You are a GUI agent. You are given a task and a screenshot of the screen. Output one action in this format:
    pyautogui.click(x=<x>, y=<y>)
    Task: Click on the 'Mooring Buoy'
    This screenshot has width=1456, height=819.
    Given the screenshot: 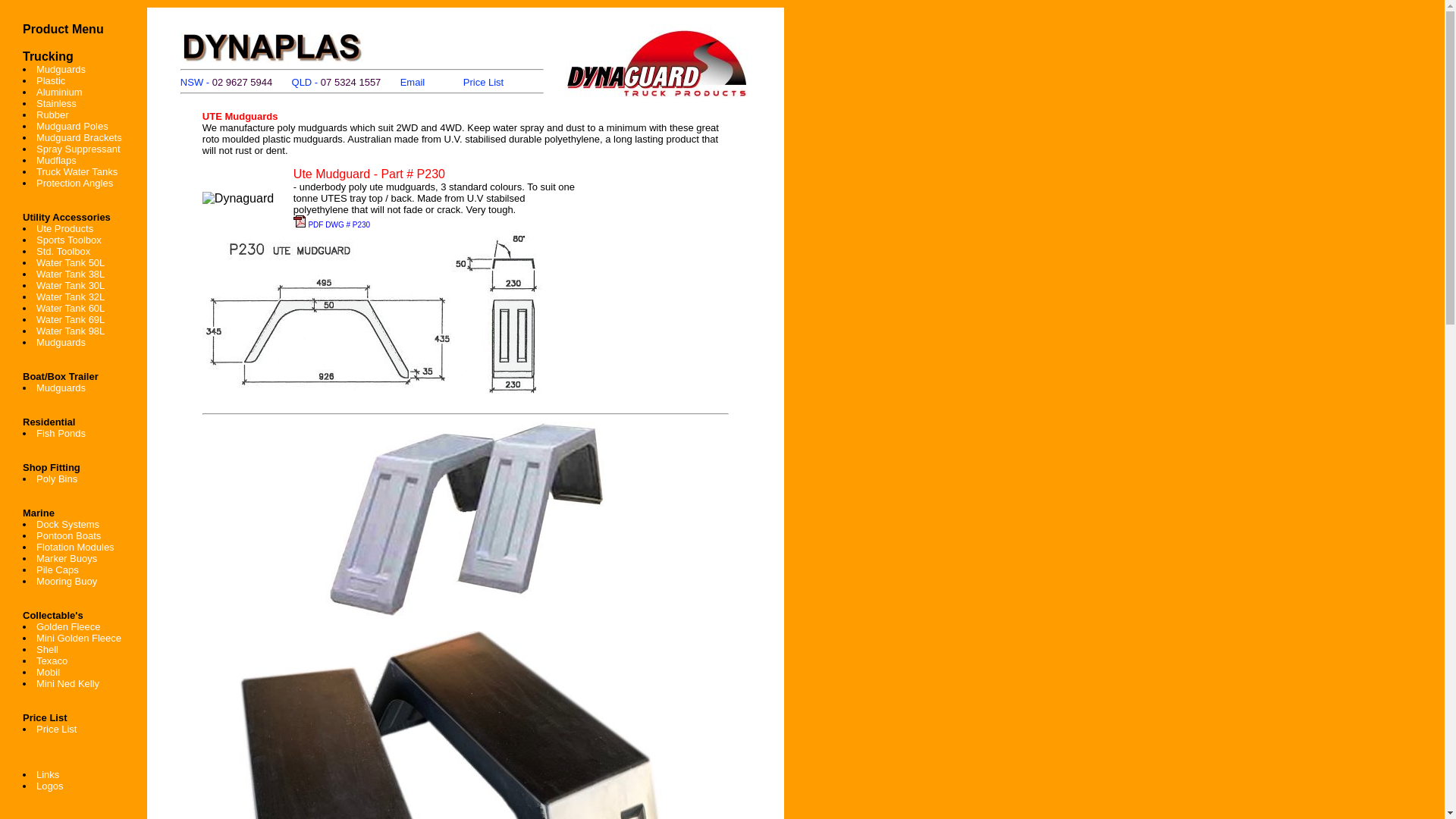 What is the action you would take?
    pyautogui.click(x=36, y=580)
    